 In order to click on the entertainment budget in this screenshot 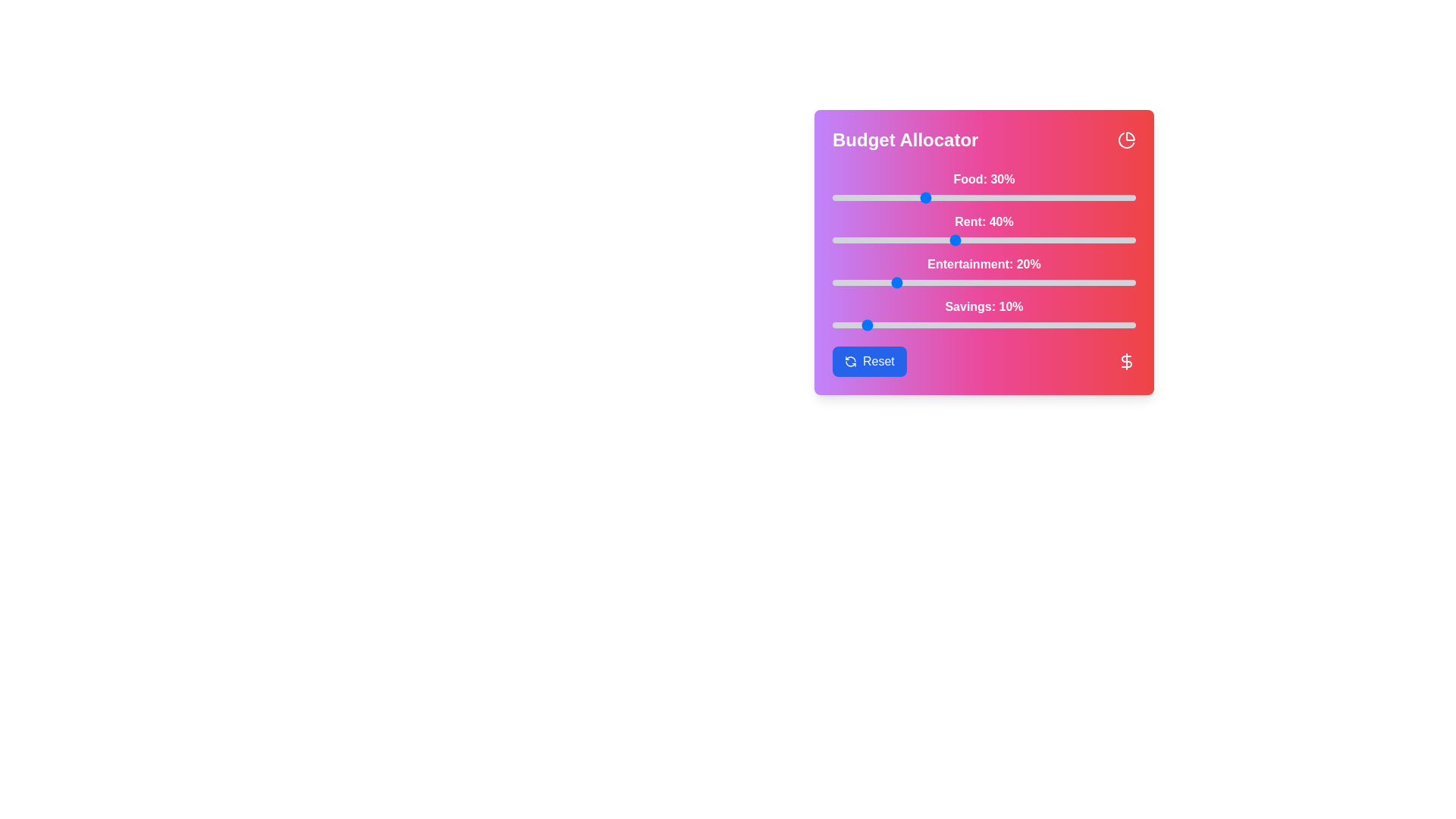, I will do `click(1023, 283)`.